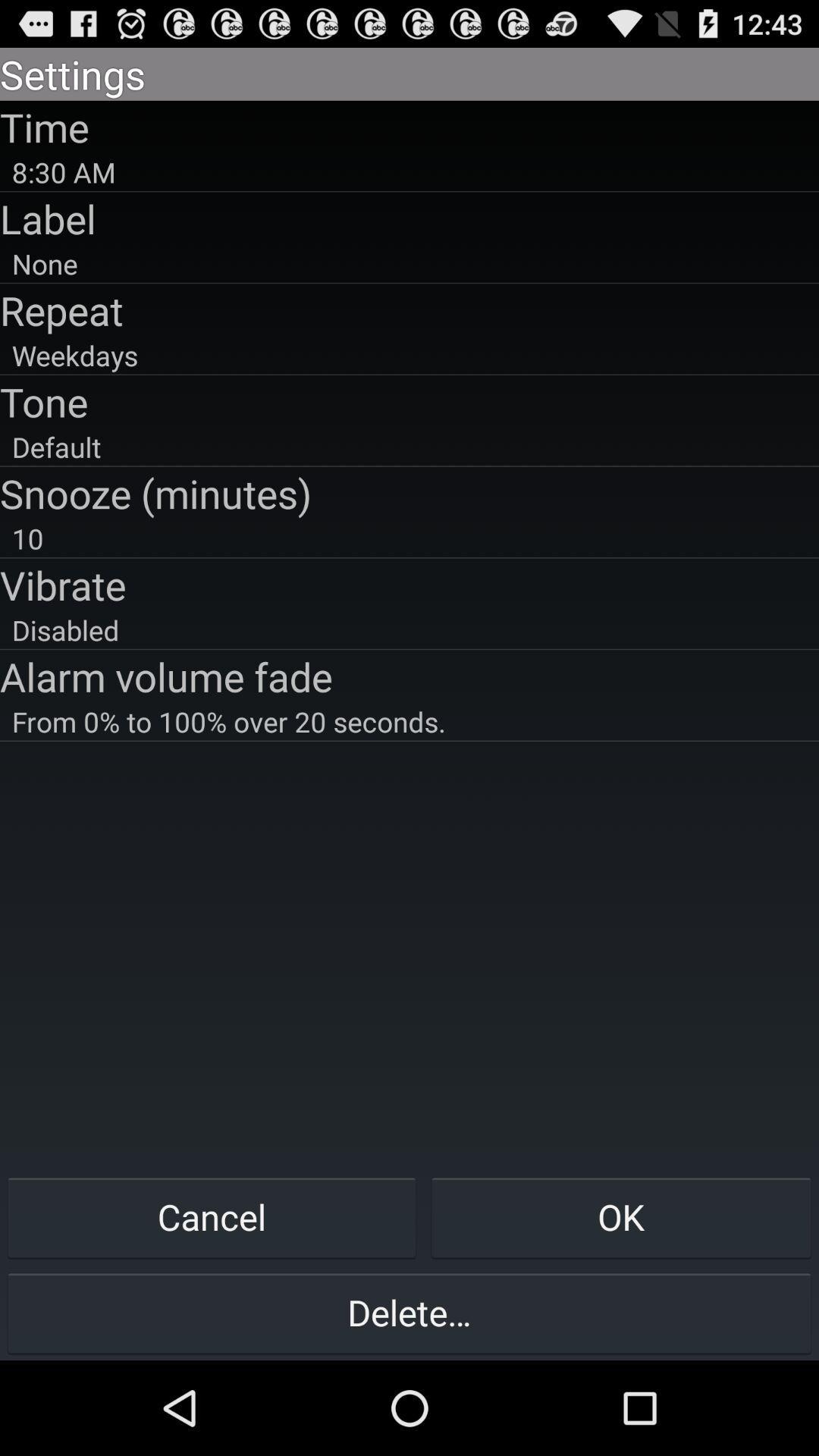  What do you see at coordinates (409, 309) in the screenshot?
I see `the item below none item` at bounding box center [409, 309].